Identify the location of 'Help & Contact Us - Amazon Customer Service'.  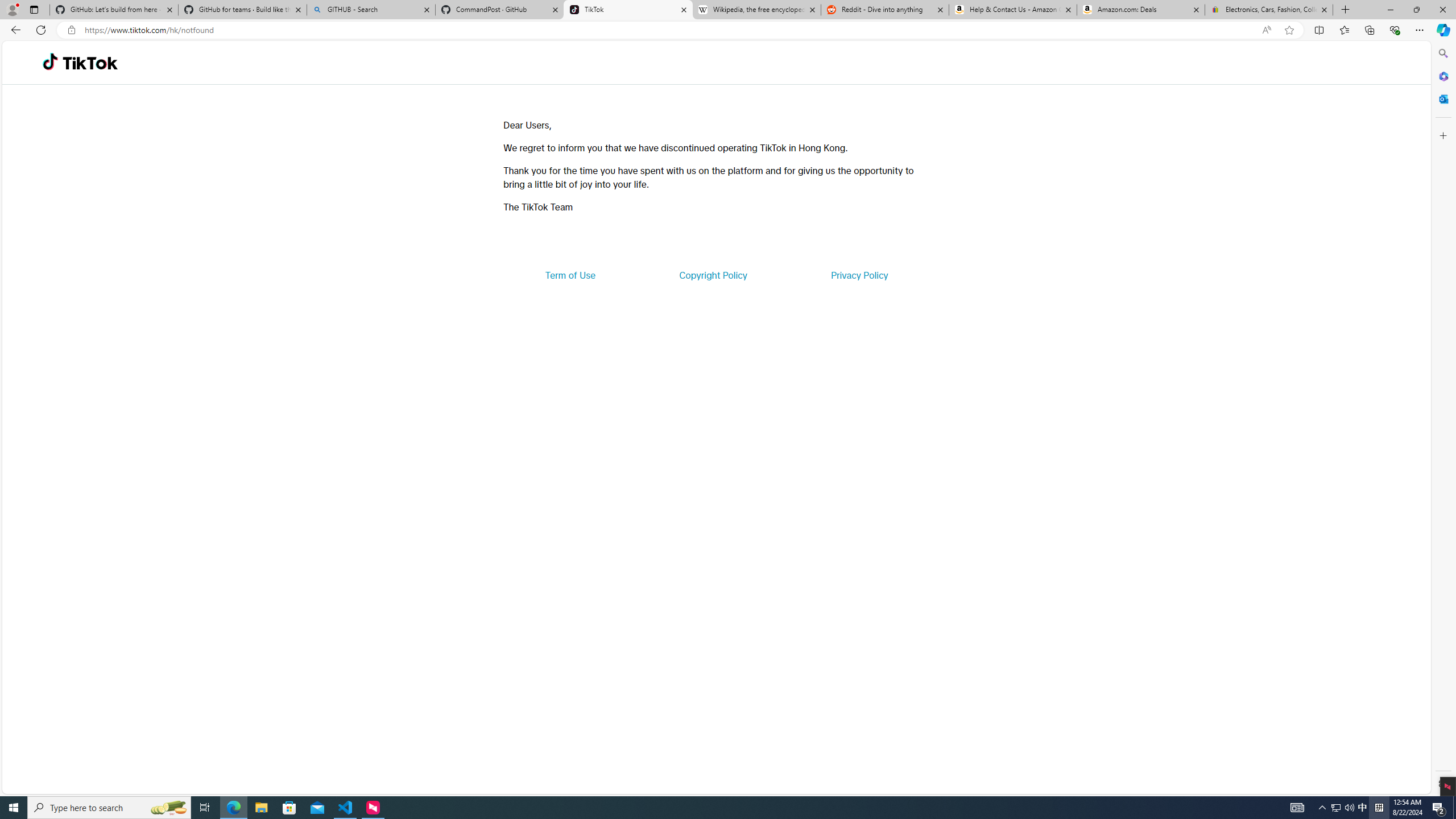
(1012, 9).